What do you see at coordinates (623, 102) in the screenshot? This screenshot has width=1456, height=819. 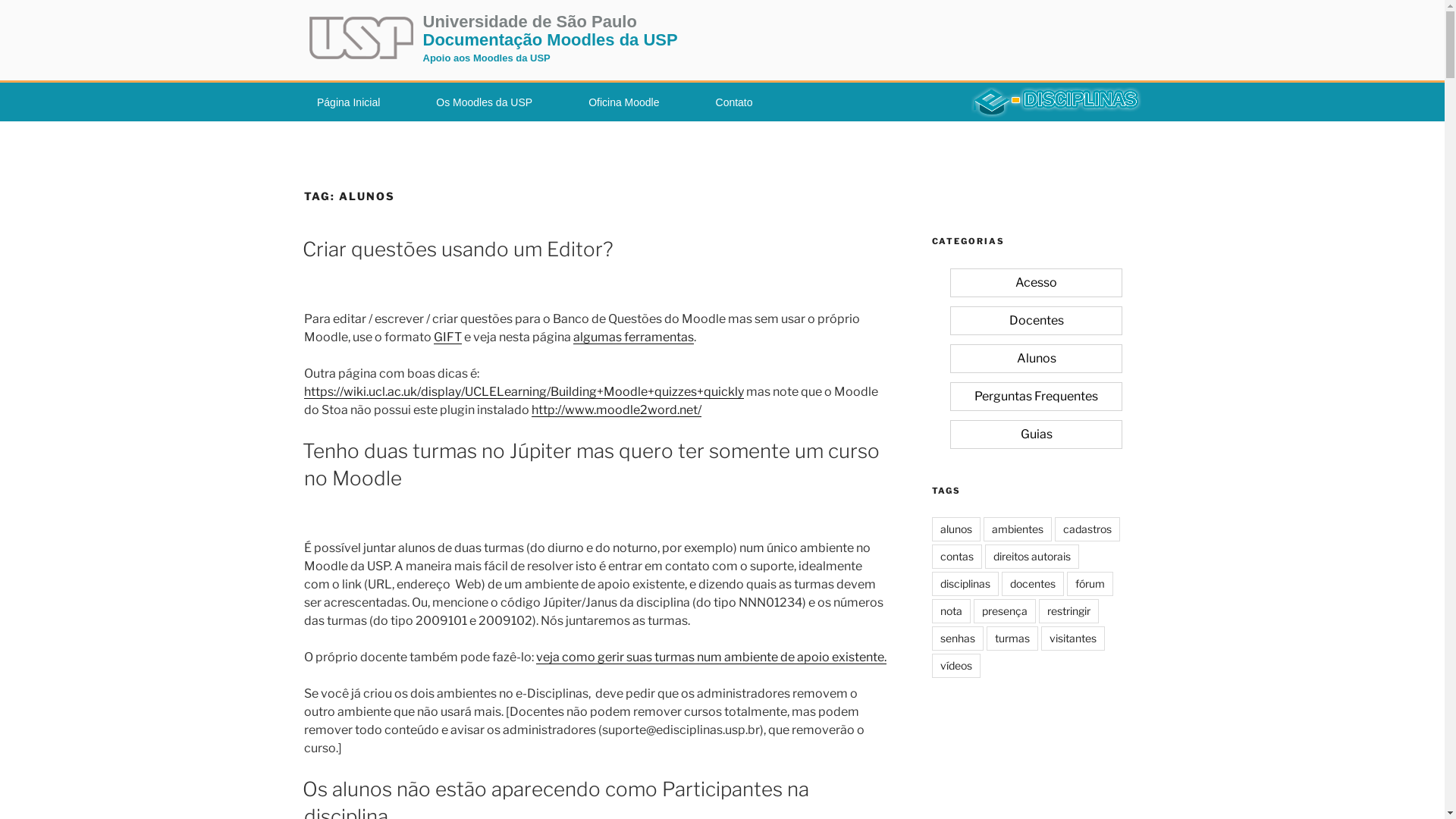 I see `'Oficina Moodle'` at bounding box center [623, 102].